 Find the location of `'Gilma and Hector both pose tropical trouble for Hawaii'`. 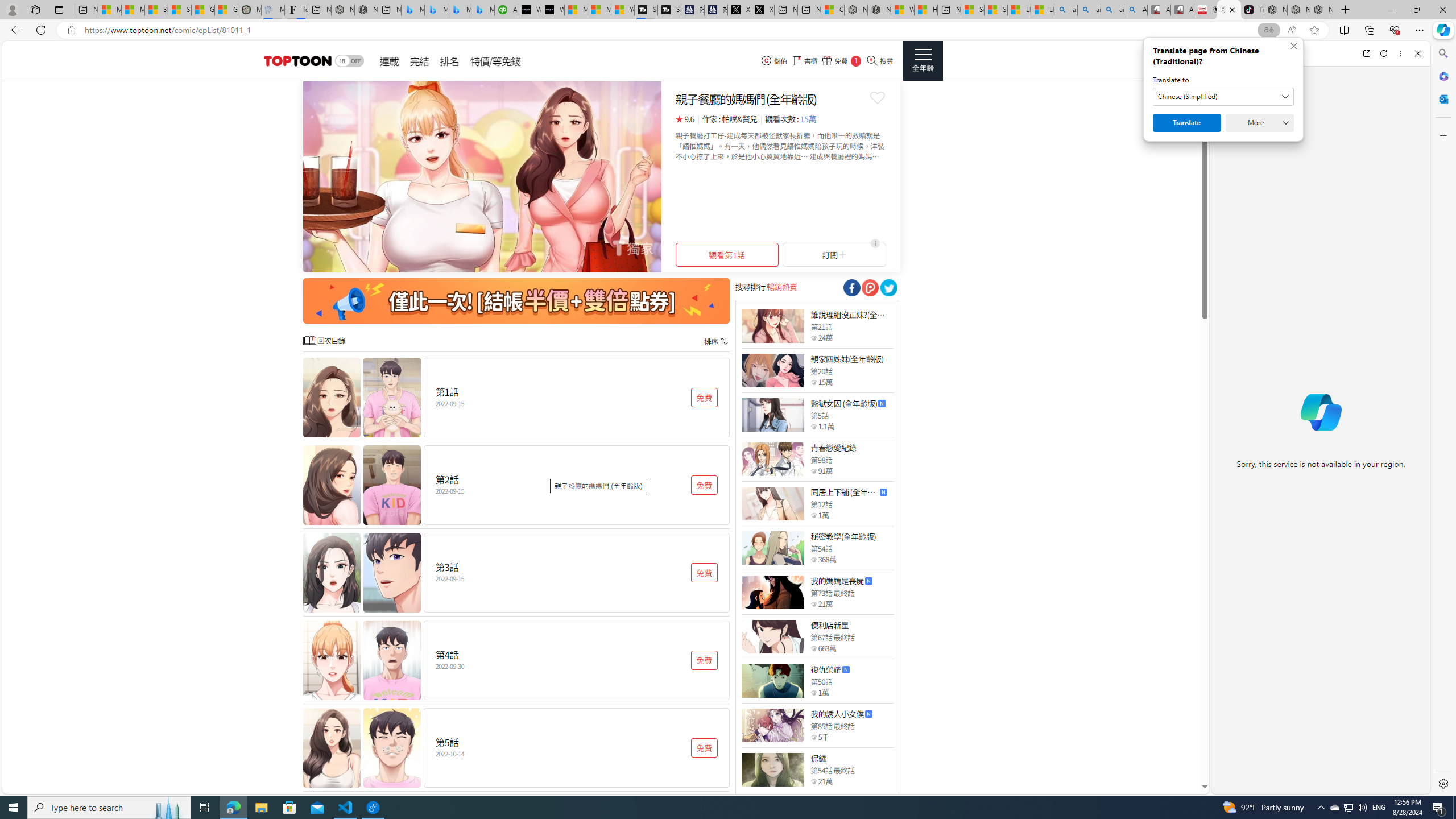

'Gilma and Hector both pose tropical trouble for Hawaii' is located at coordinates (226, 9).